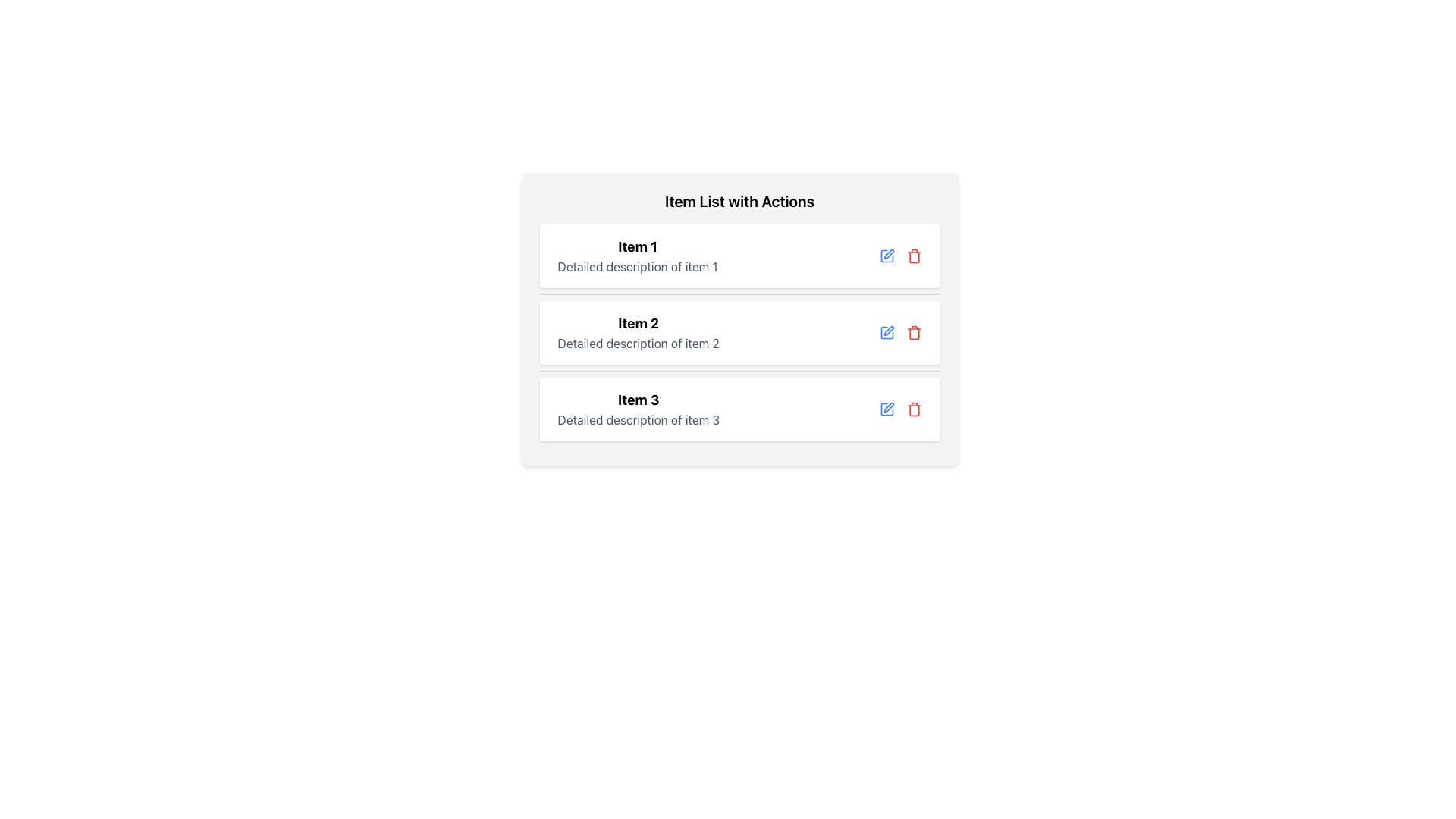  What do you see at coordinates (886, 409) in the screenshot?
I see `the stylized square button with rounded edges located to the right of the 'Item 3' text in the action menu` at bounding box center [886, 409].